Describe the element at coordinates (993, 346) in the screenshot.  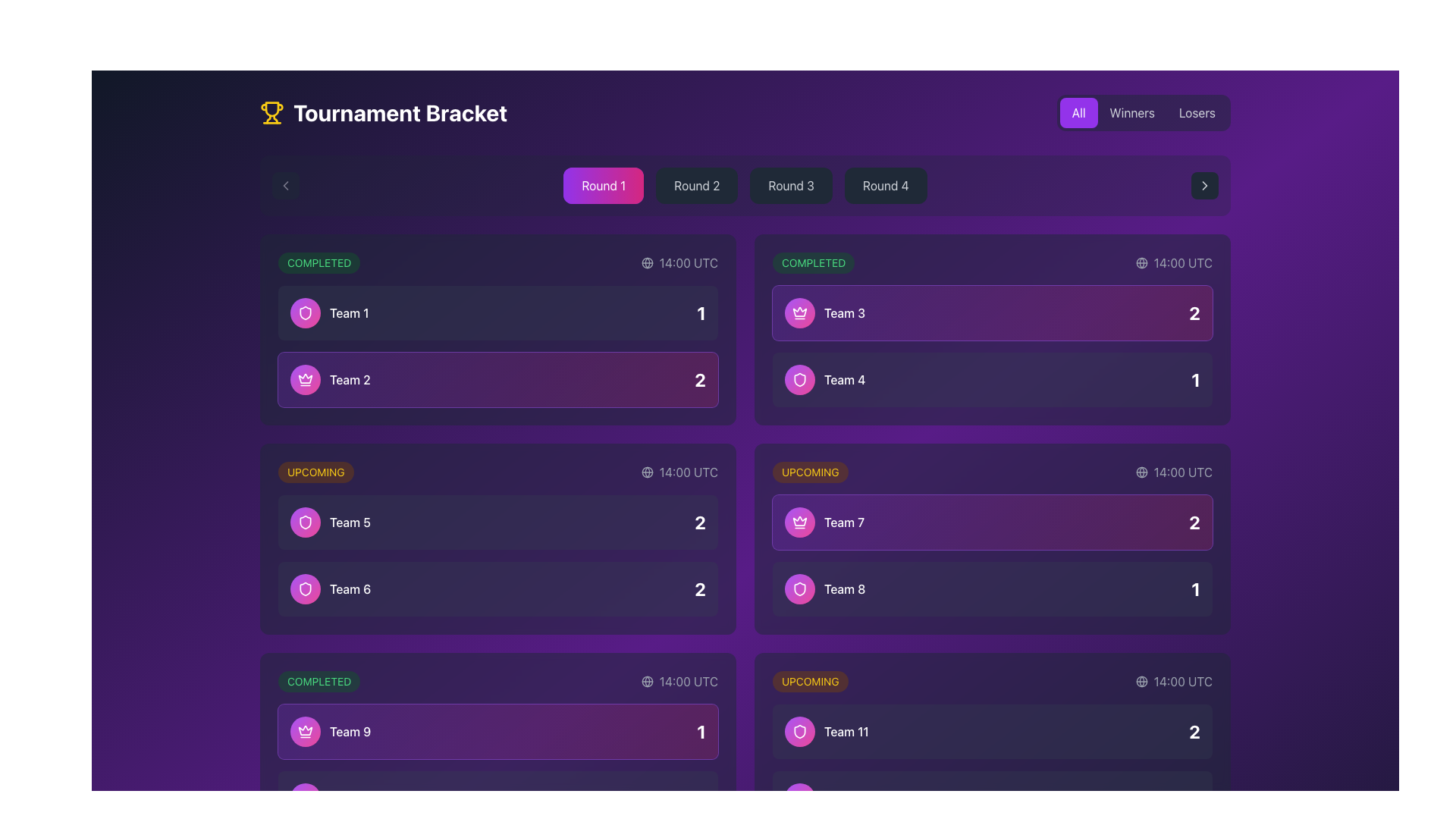
I see `the Matchup Information Panel displaying the outcome of the completed match between 'Team 3' and 'Team 4'` at that location.